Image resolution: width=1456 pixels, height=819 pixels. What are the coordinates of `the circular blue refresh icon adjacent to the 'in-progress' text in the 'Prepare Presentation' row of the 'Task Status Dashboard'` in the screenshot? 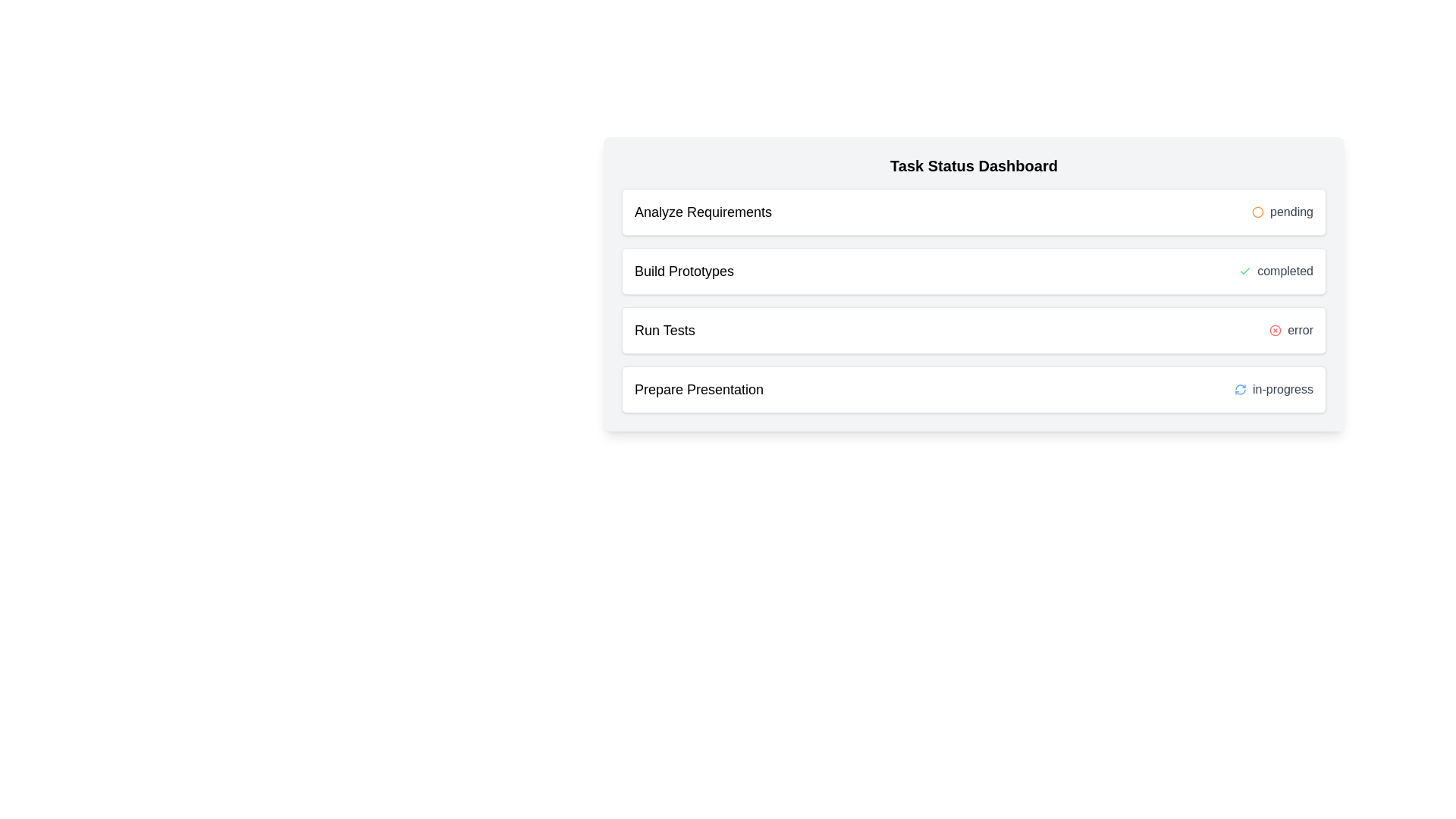 It's located at (1241, 388).